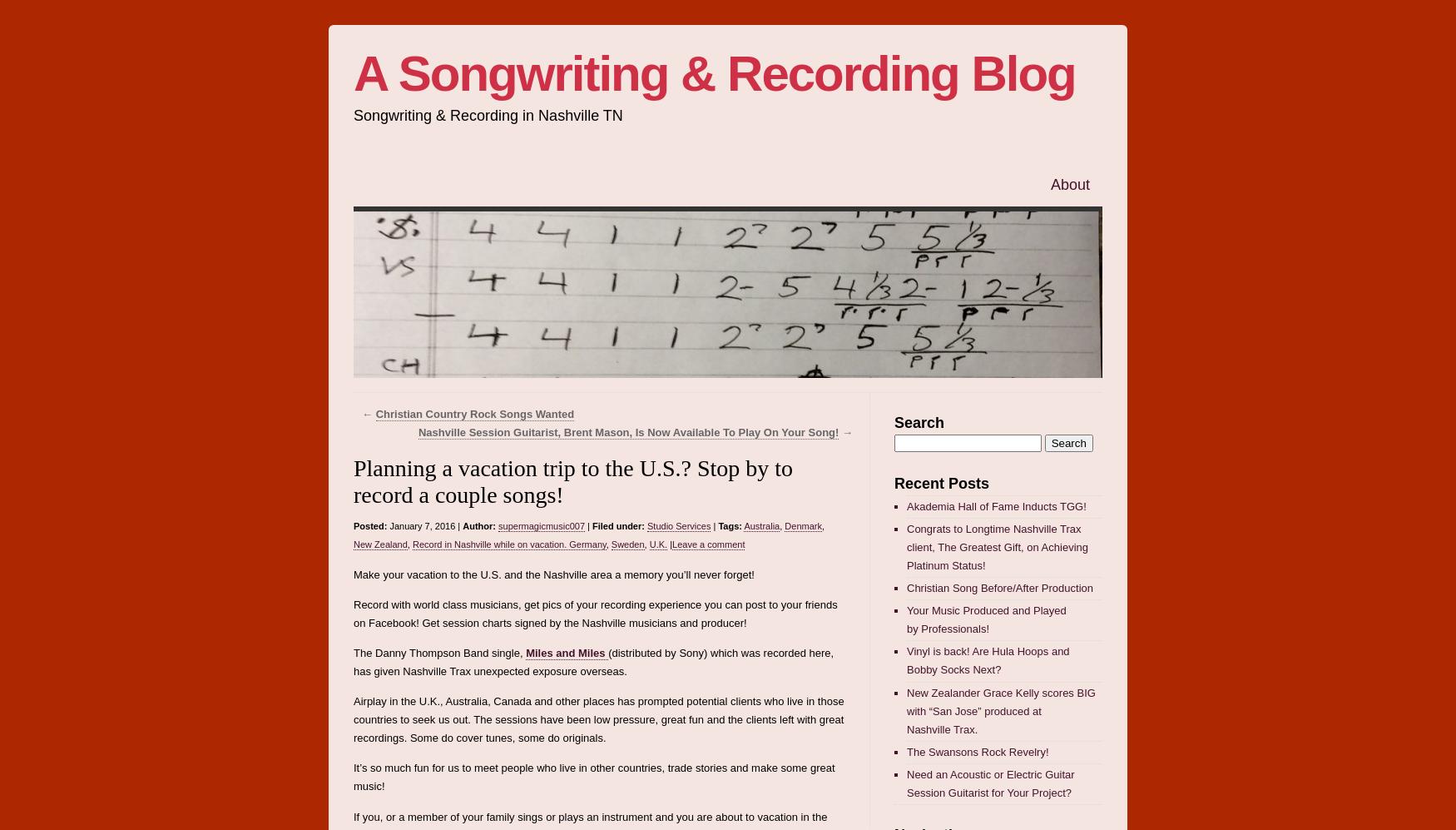  I want to click on 'Author:', so click(478, 524).